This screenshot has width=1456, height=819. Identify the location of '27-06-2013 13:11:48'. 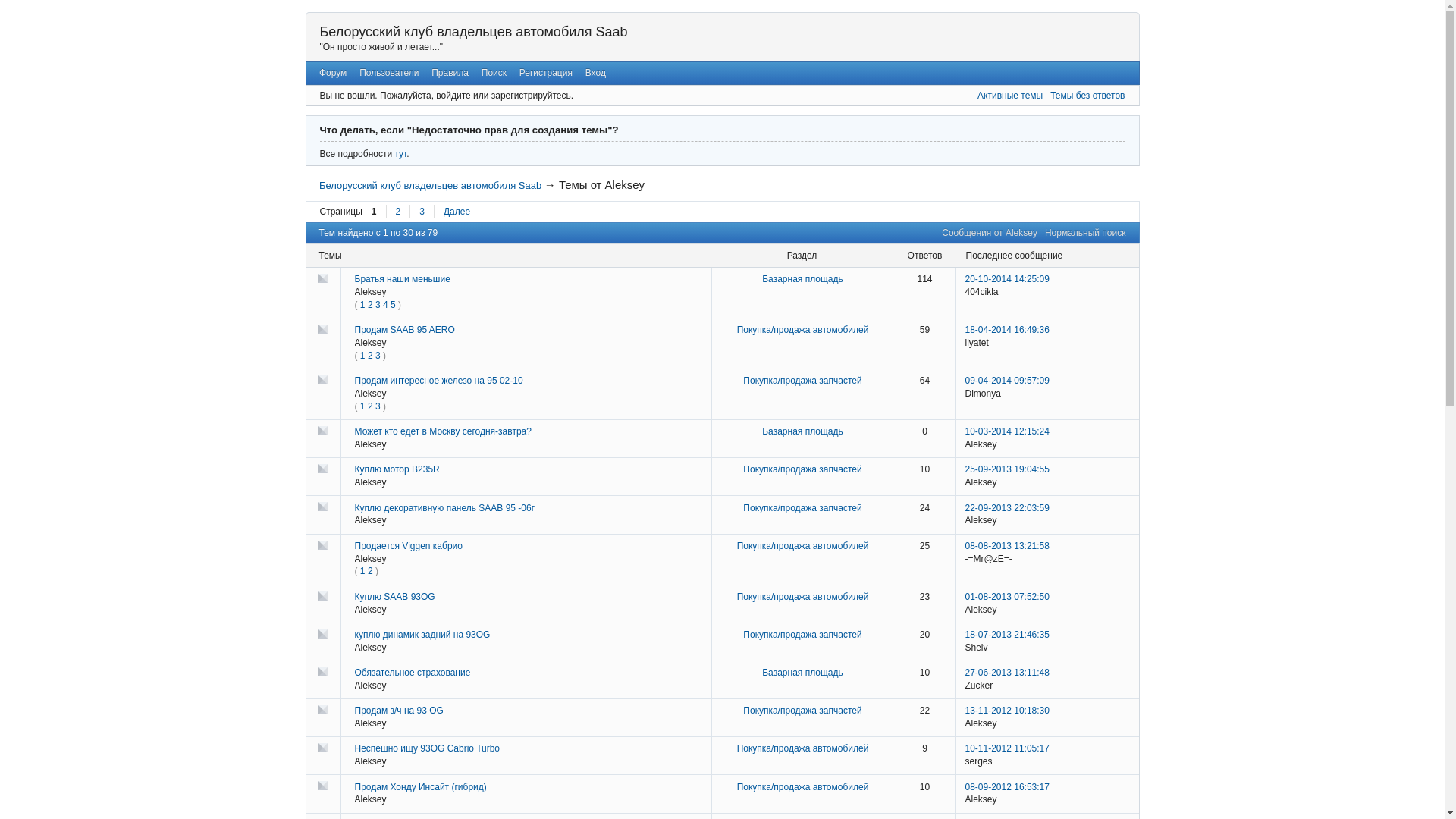
(1006, 672).